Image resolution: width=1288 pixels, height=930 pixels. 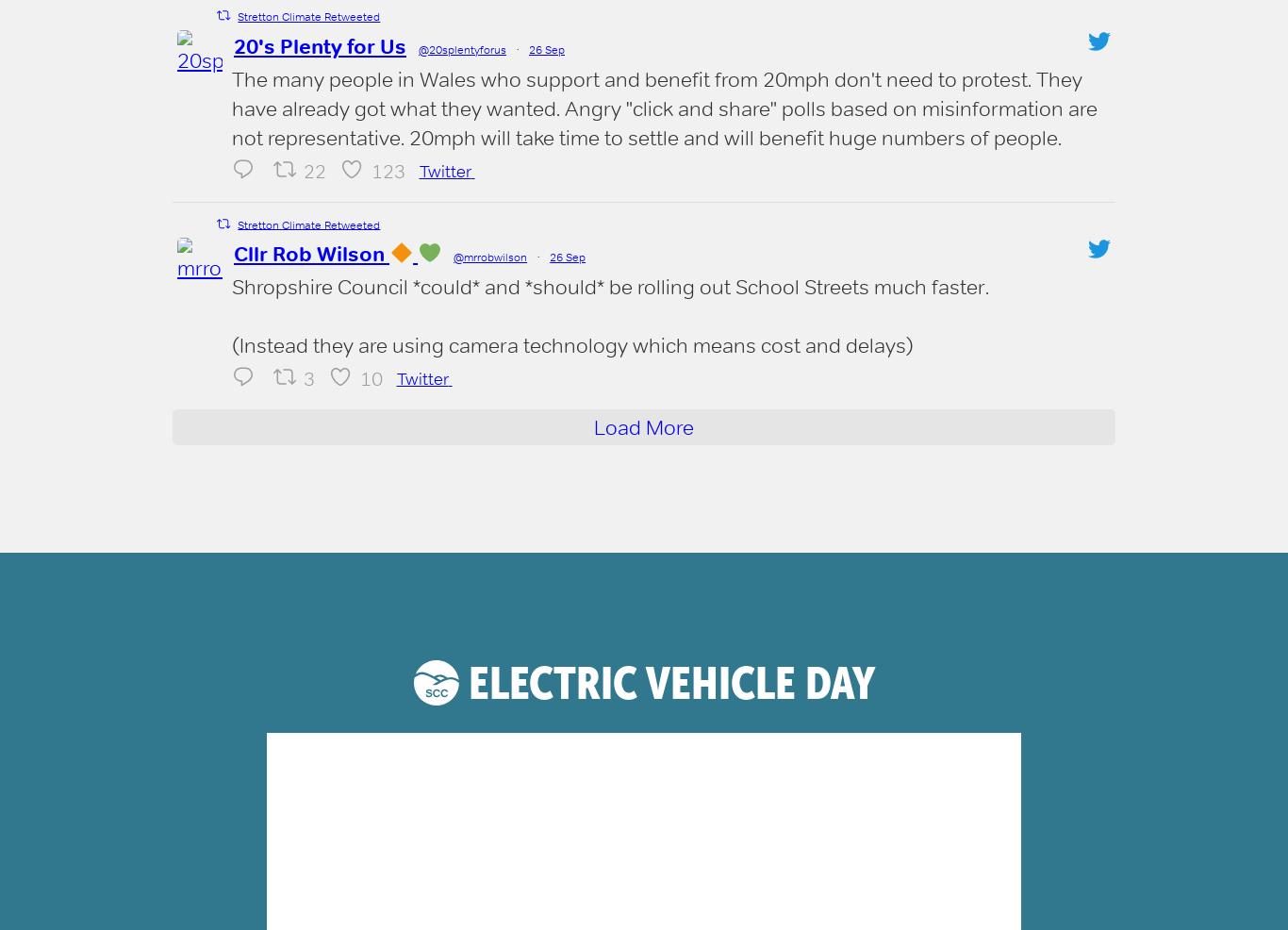 I want to click on 'Shropshire Council *could* and *should* be rolling out School Streets much faster.', so click(x=609, y=286).